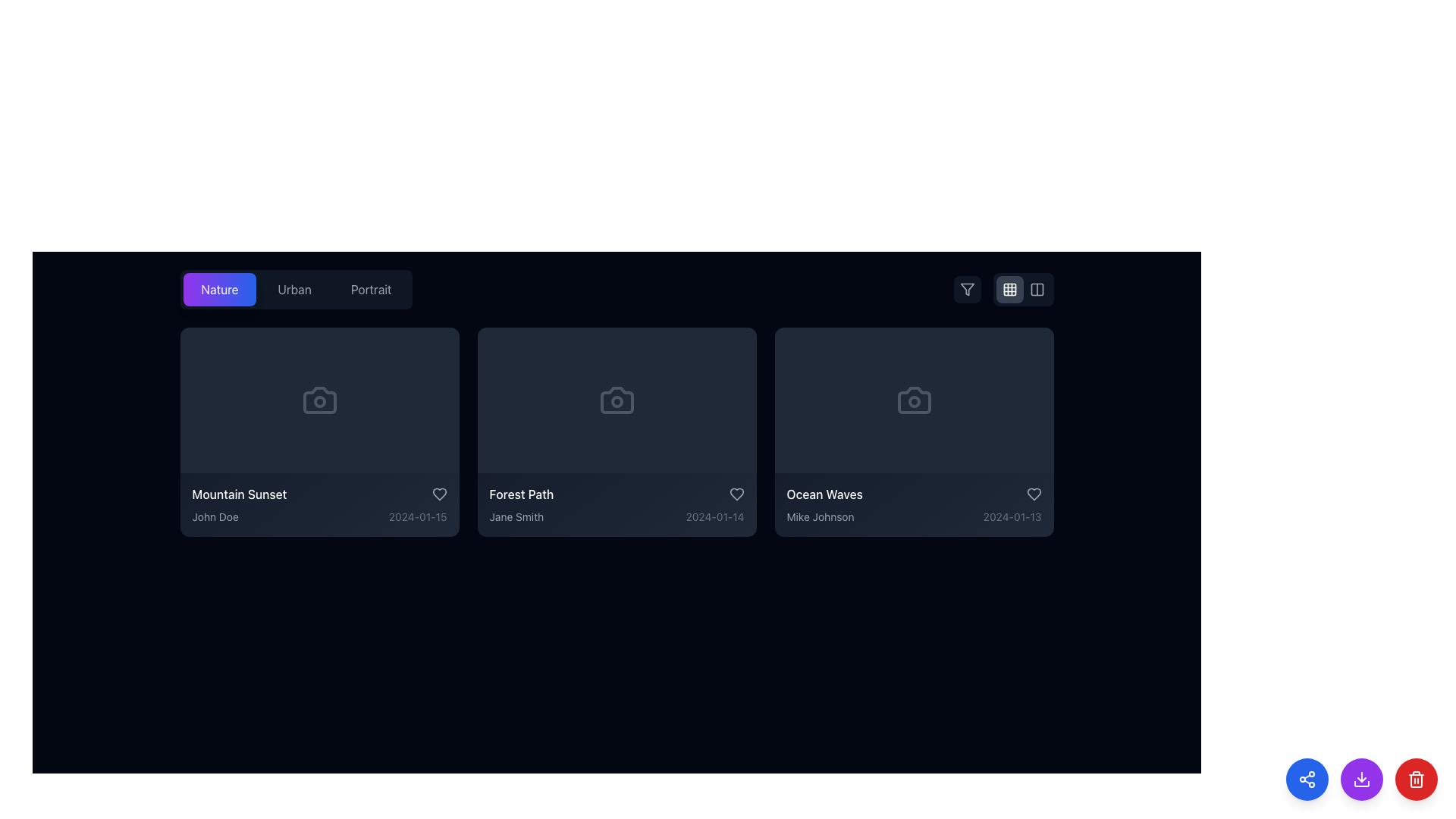  Describe the element at coordinates (913, 400) in the screenshot. I see `the camera icon component located within the SVG element, which features a rectangular body with rounded corners and a circular lens, situated in the rightmost image card under the 'Nature' category` at that location.